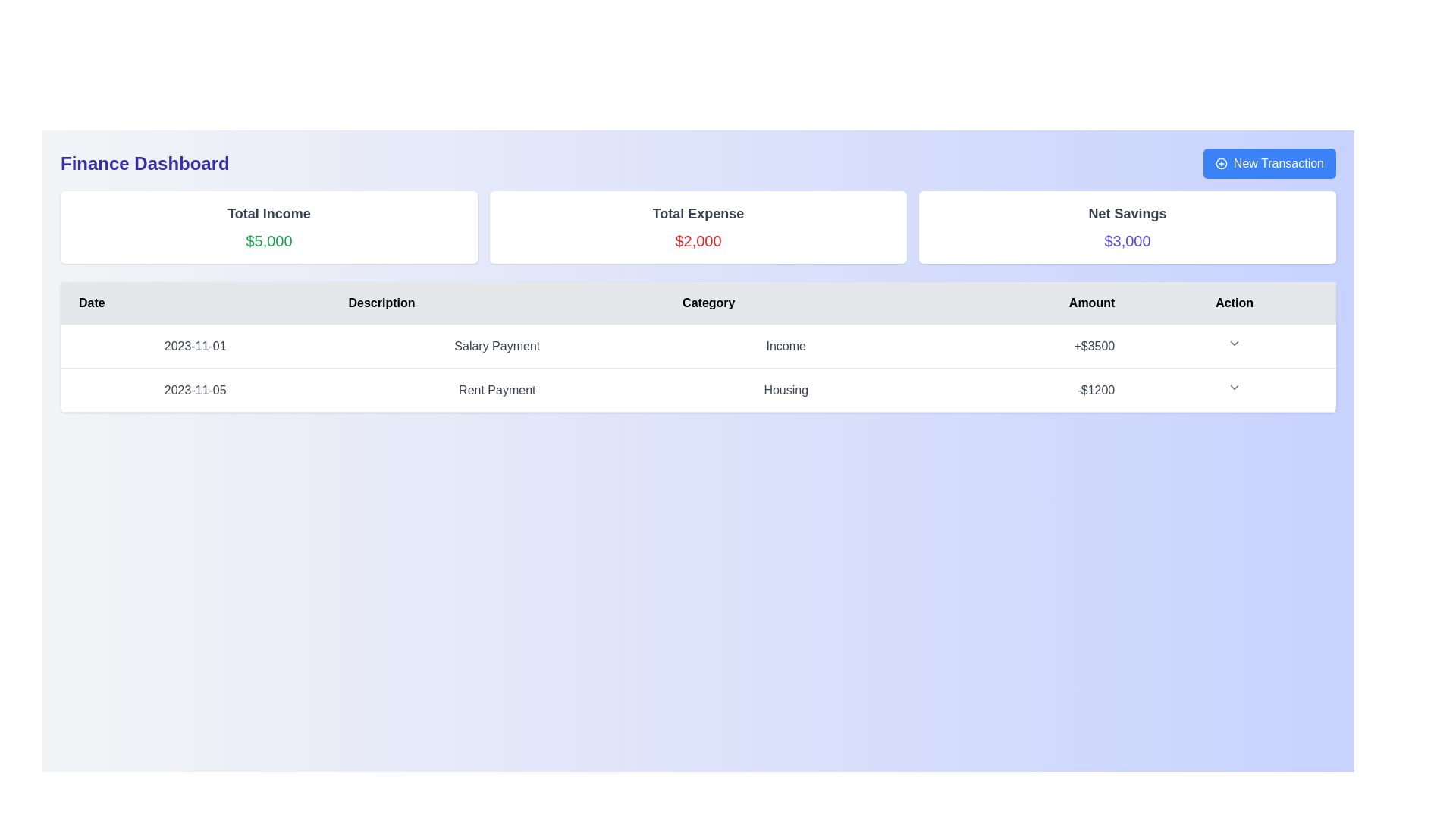 This screenshot has height=819, width=1456. Describe the element at coordinates (1128, 240) in the screenshot. I see `the displayed financial metric value of $3,000 in the 'Net Savings' card, located at the center of the card in the top-right section of the interface` at that location.